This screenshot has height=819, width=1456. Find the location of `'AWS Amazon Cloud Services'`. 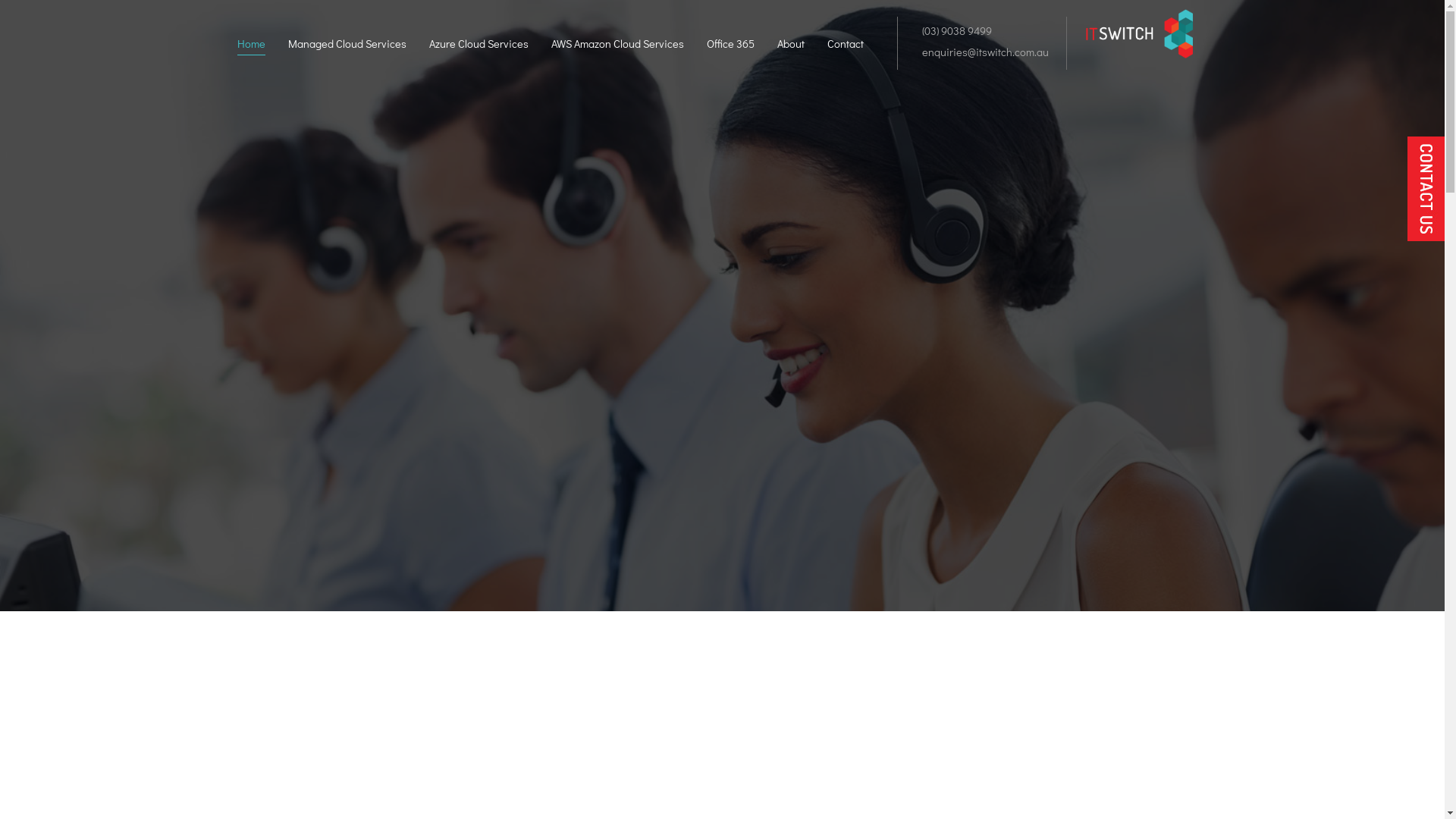

'AWS Amazon Cloud Services' is located at coordinates (617, 45).